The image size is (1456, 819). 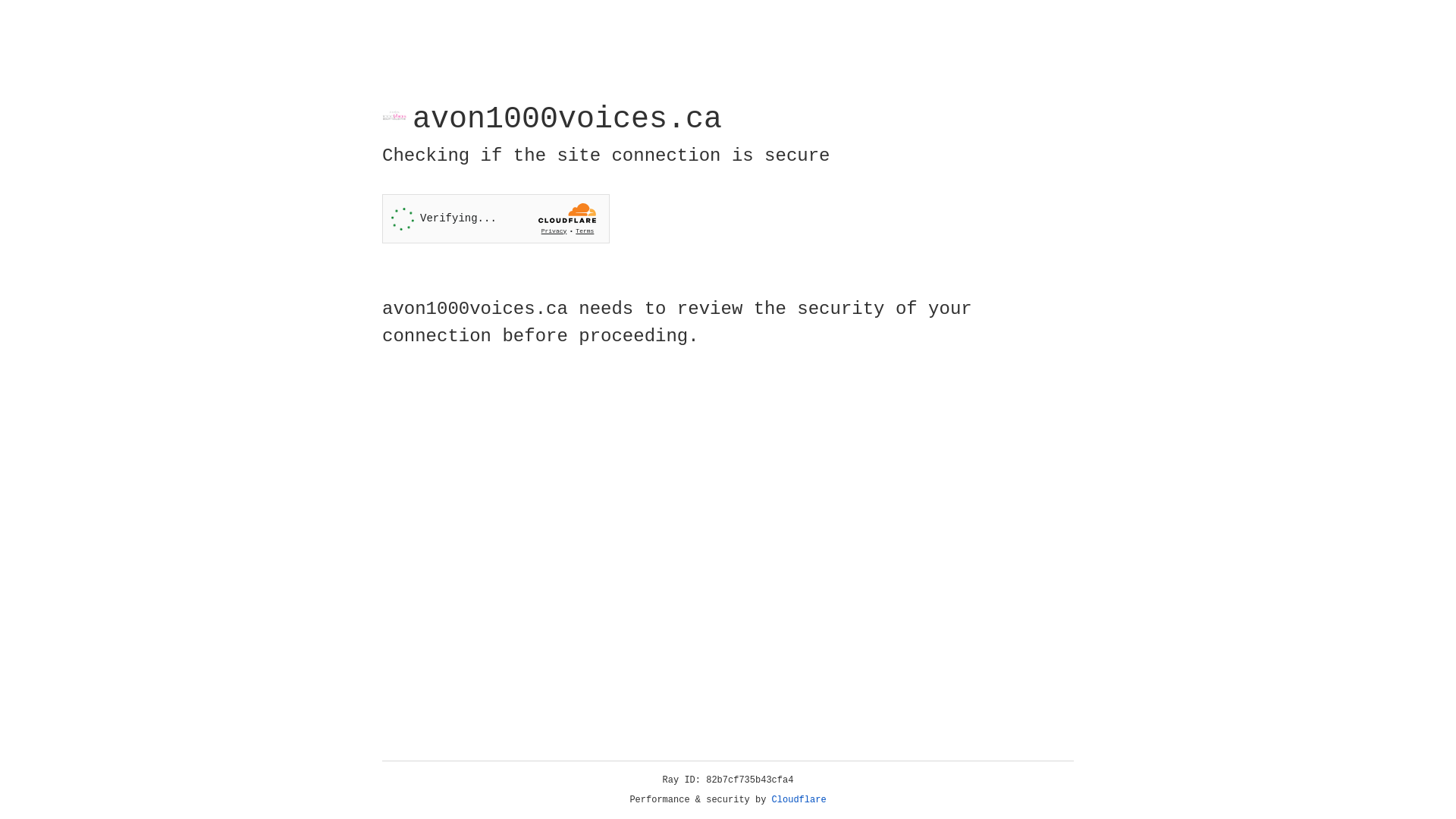 What do you see at coordinates (771, 799) in the screenshot?
I see `'Cloudflare'` at bounding box center [771, 799].